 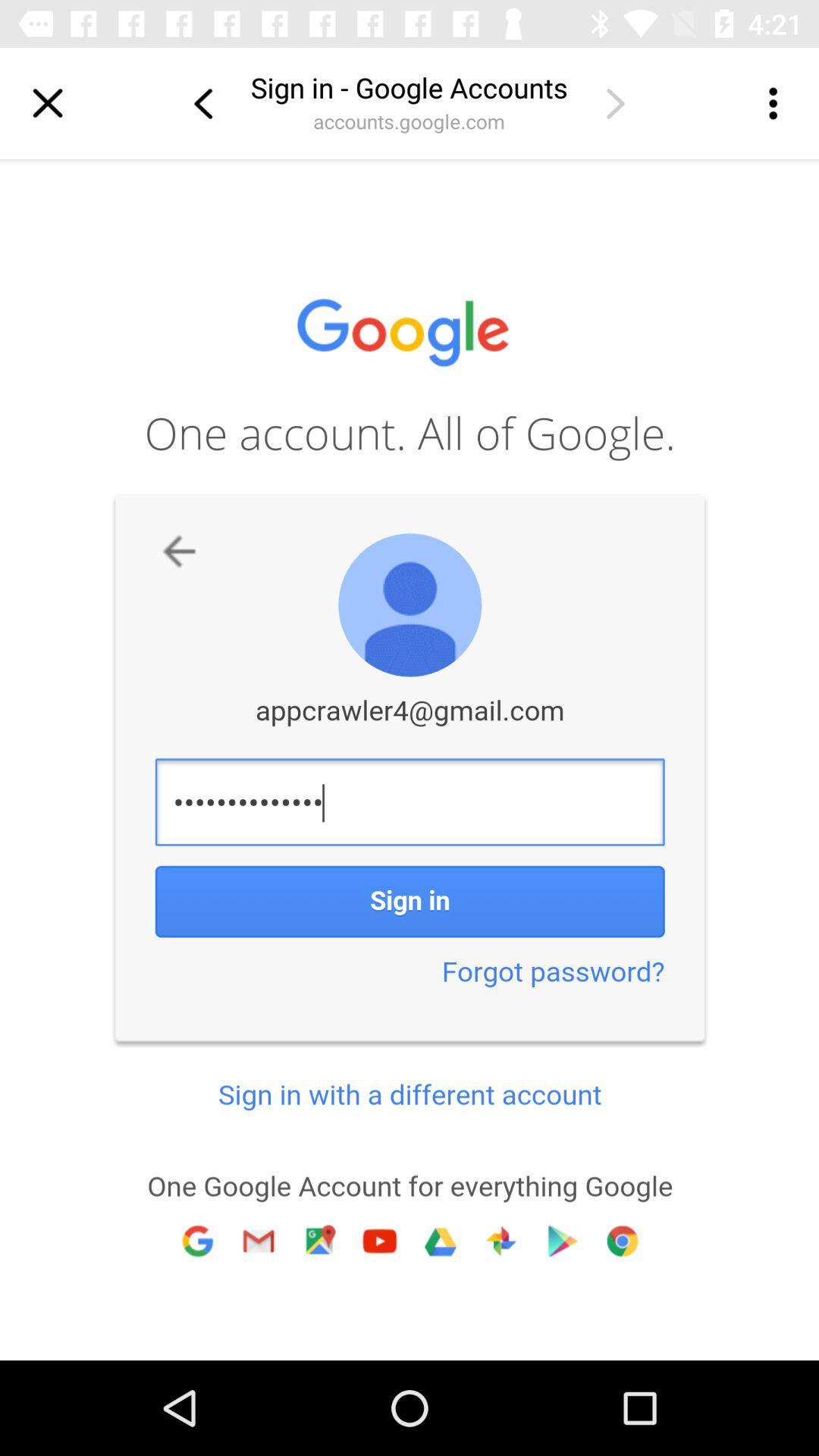 What do you see at coordinates (771, 102) in the screenshot?
I see `list box` at bounding box center [771, 102].